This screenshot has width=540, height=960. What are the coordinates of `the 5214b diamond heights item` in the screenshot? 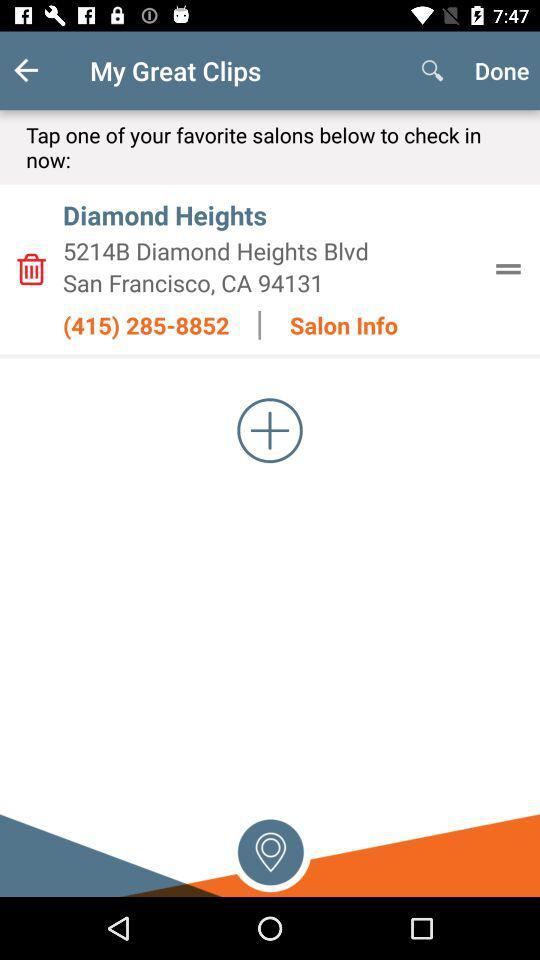 It's located at (270, 250).